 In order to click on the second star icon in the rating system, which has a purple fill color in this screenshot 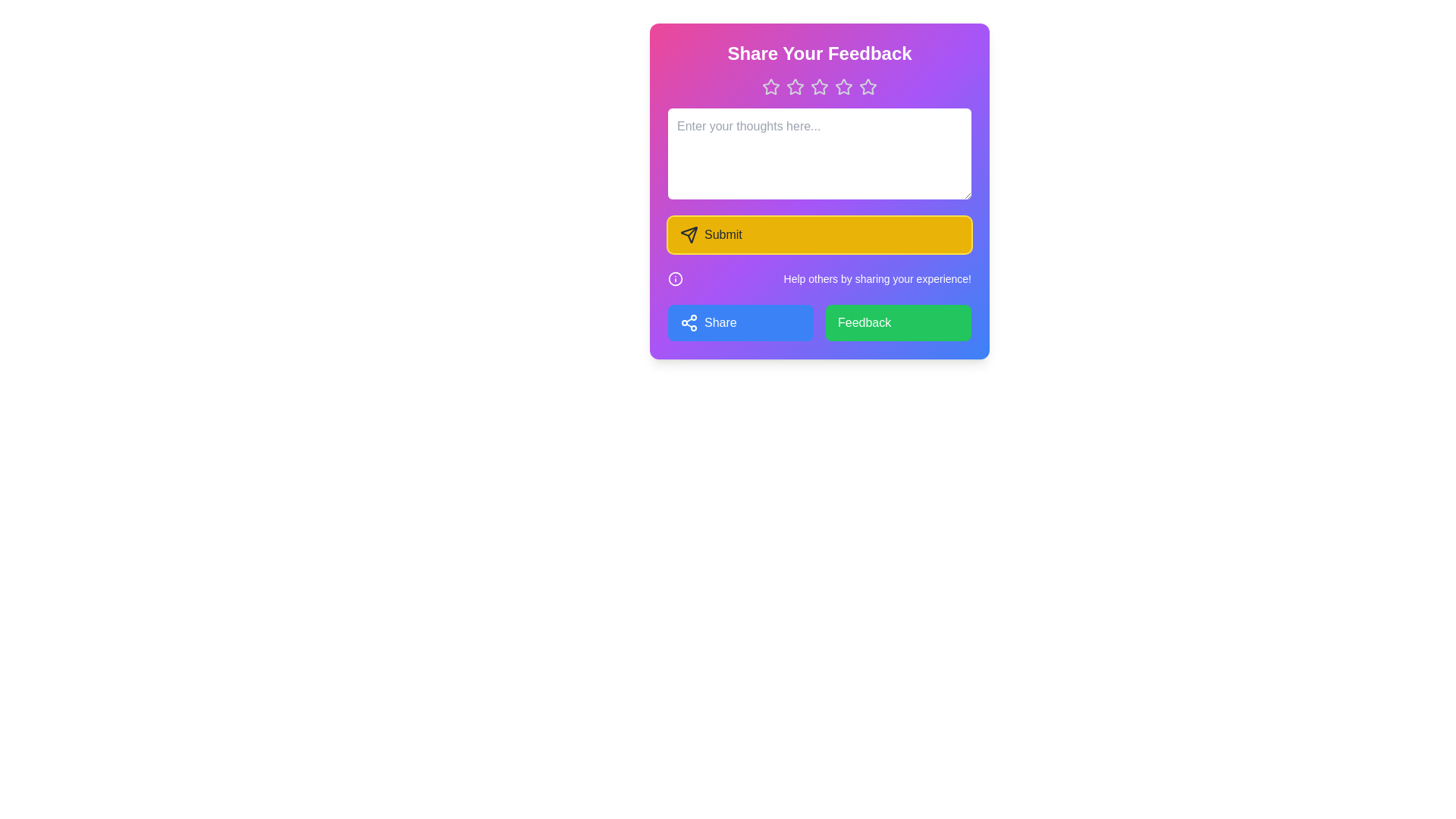, I will do `click(795, 86)`.